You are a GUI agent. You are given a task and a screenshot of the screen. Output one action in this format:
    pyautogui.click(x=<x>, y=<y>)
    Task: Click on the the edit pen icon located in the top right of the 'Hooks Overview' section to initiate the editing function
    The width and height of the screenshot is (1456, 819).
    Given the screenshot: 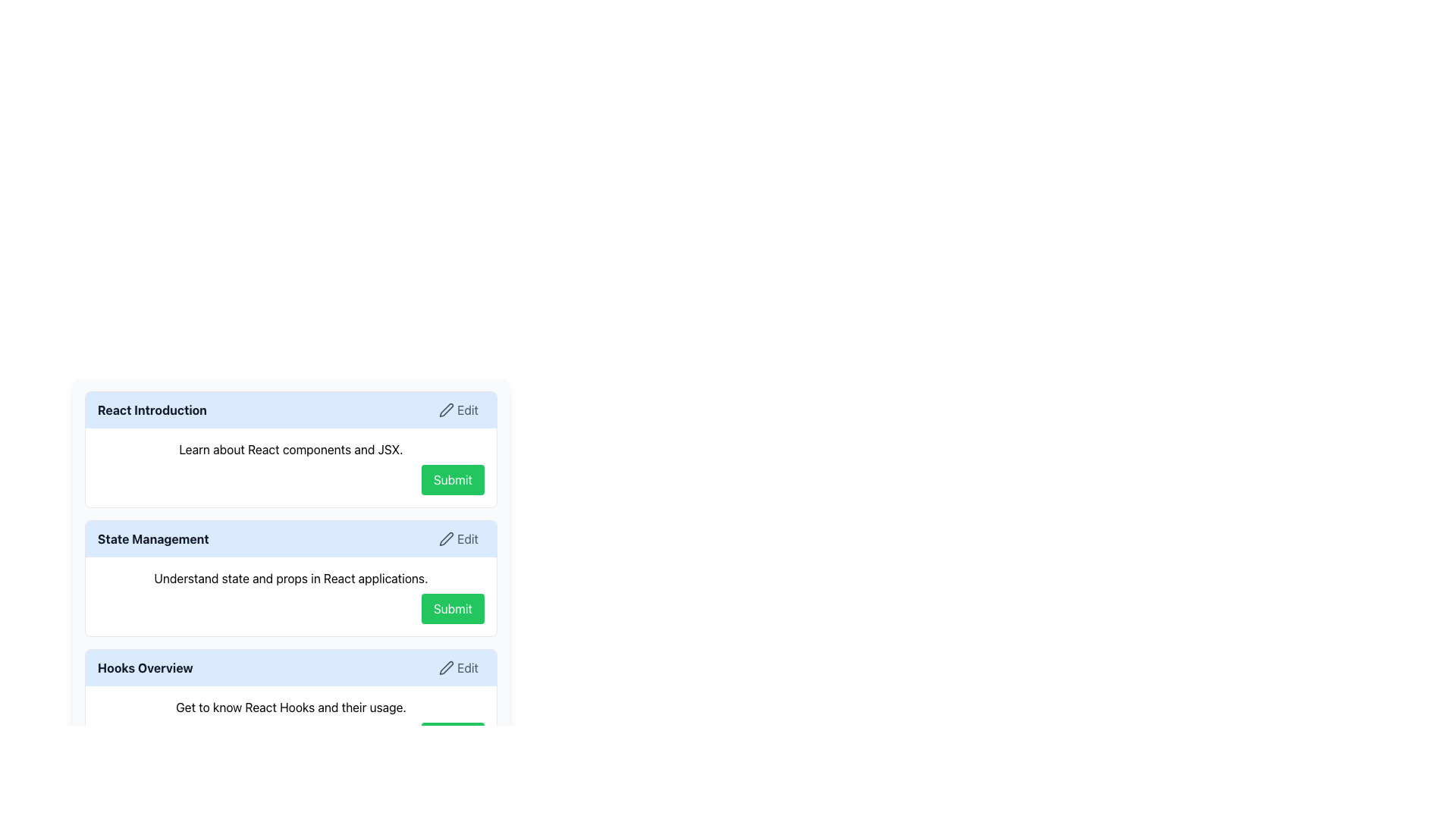 What is the action you would take?
    pyautogui.click(x=446, y=667)
    